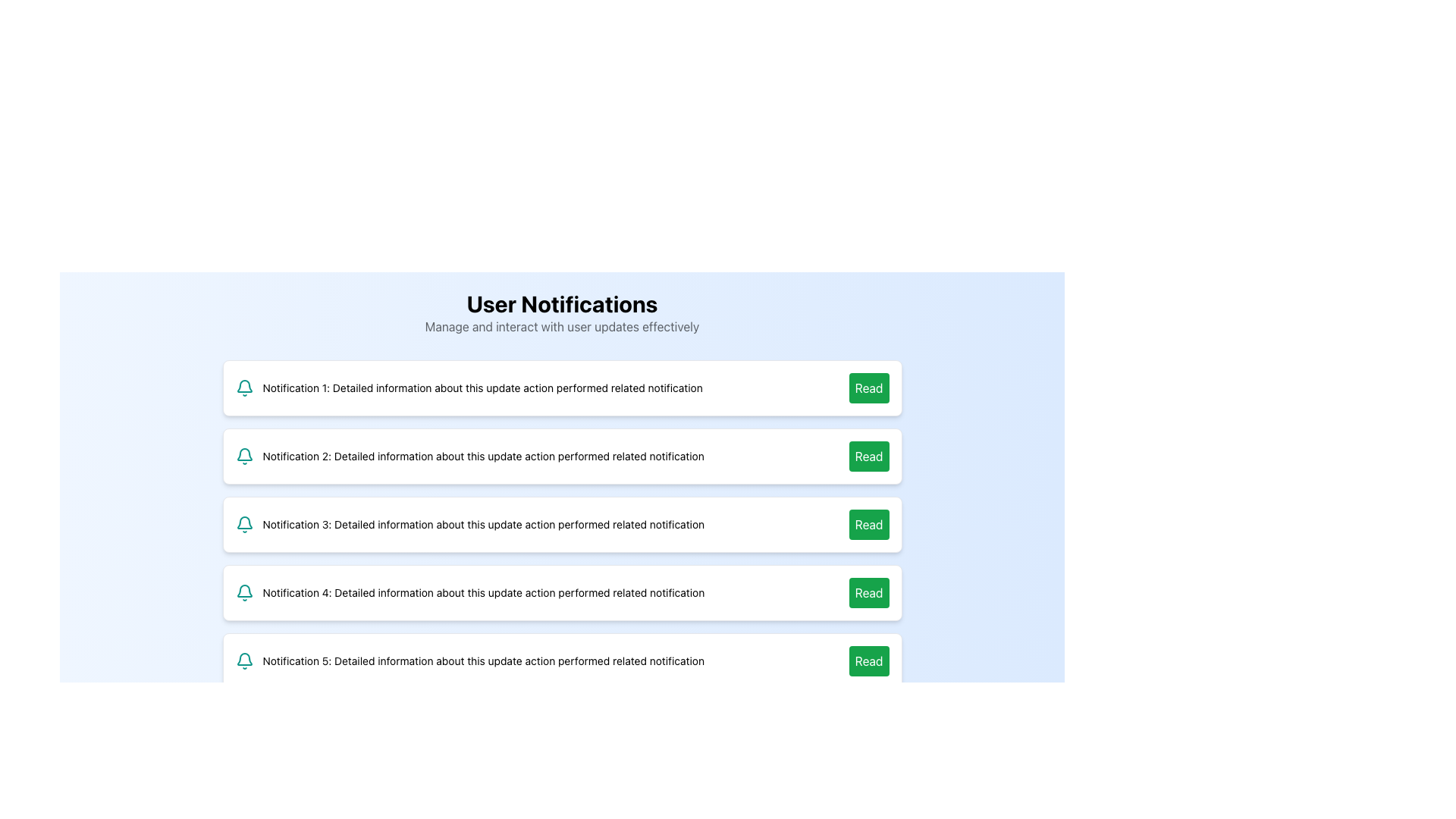 This screenshot has width=1456, height=819. What do you see at coordinates (244, 522) in the screenshot?
I see `the notification icon located in the third entry of the user notifications list` at bounding box center [244, 522].